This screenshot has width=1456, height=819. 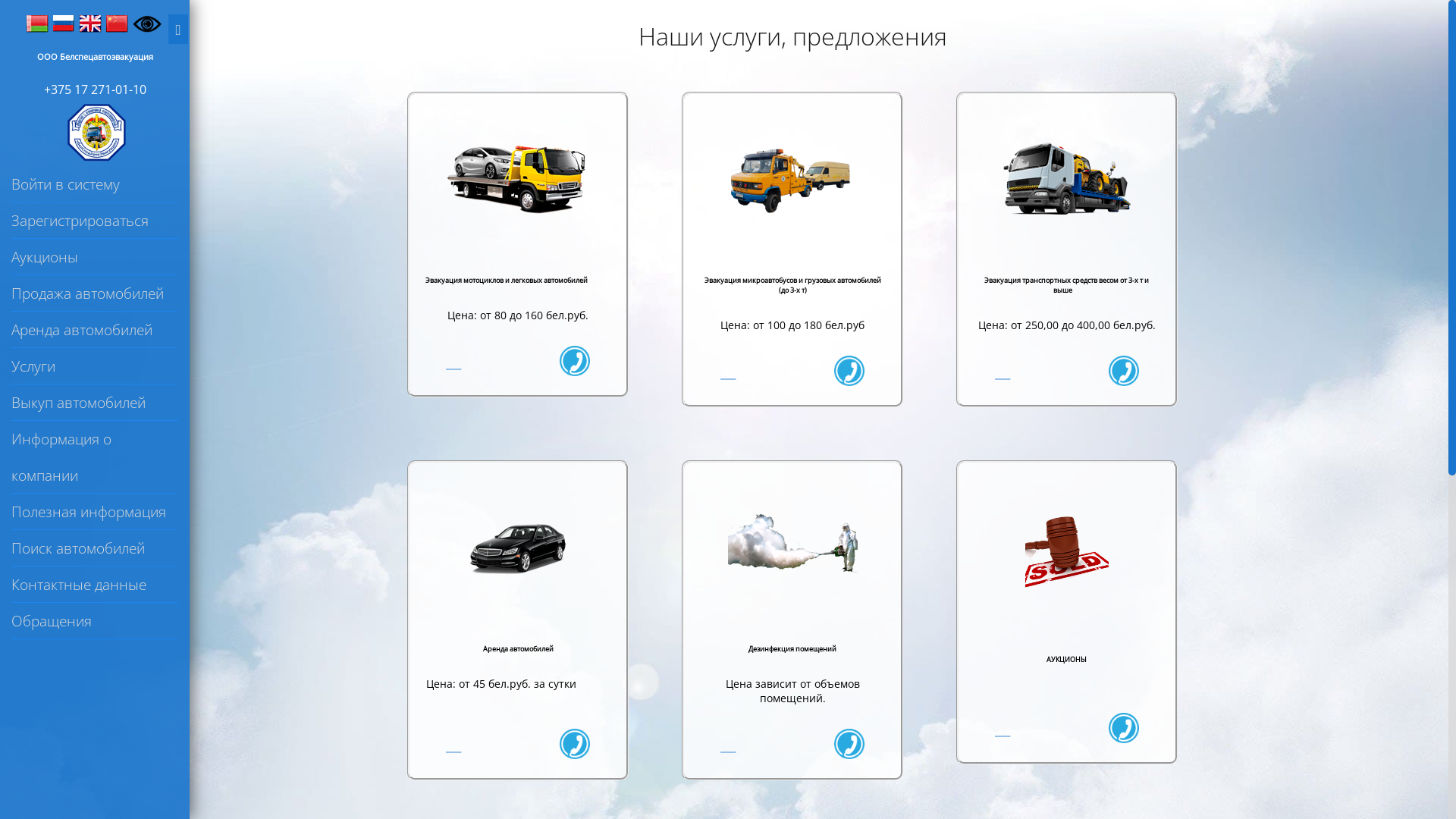 What do you see at coordinates (79, 24) in the screenshot?
I see `'English'` at bounding box center [79, 24].